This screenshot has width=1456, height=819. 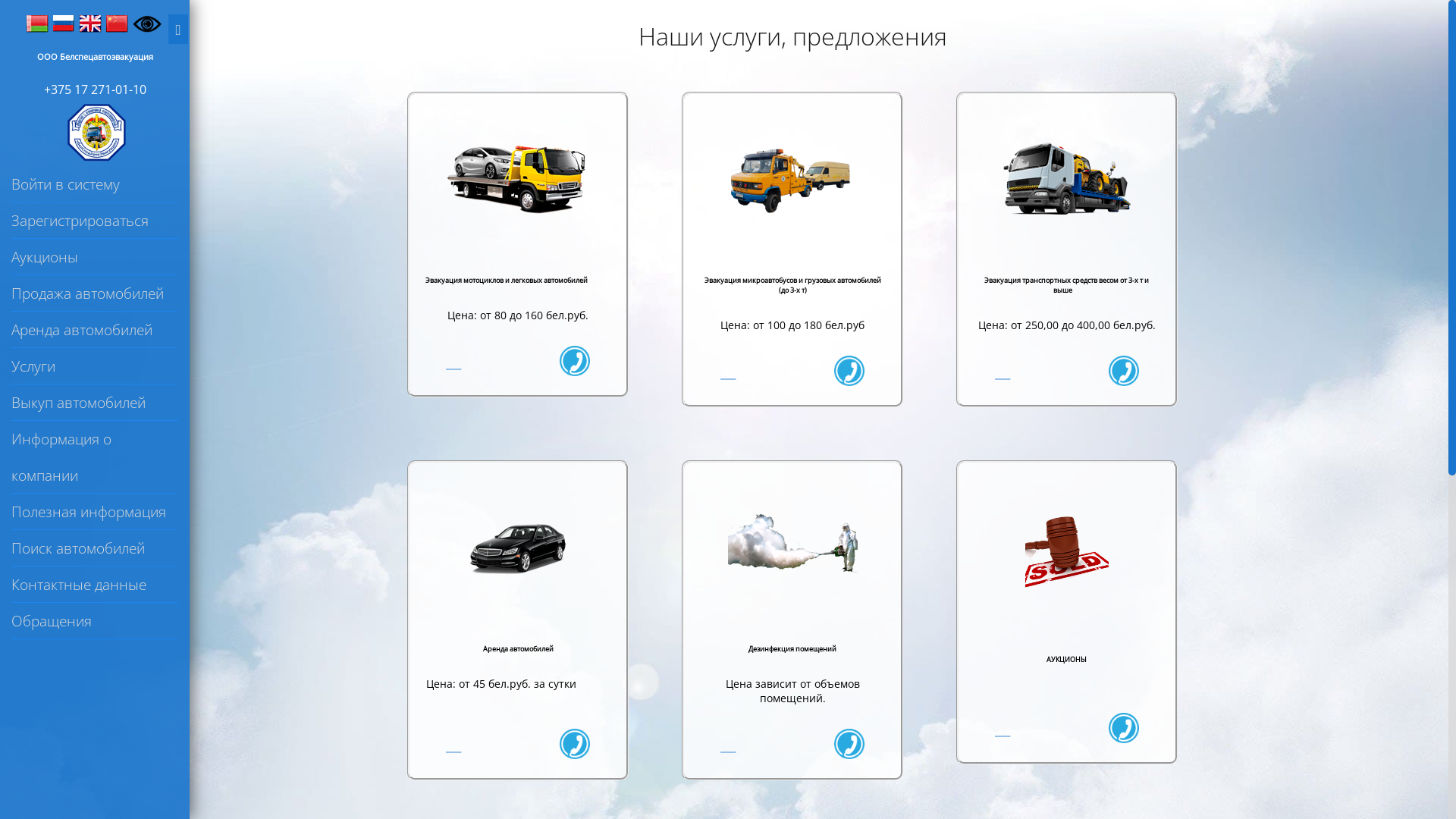 What do you see at coordinates (79, 24) in the screenshot?
I see `'English'` at bounding box center [79, 24].